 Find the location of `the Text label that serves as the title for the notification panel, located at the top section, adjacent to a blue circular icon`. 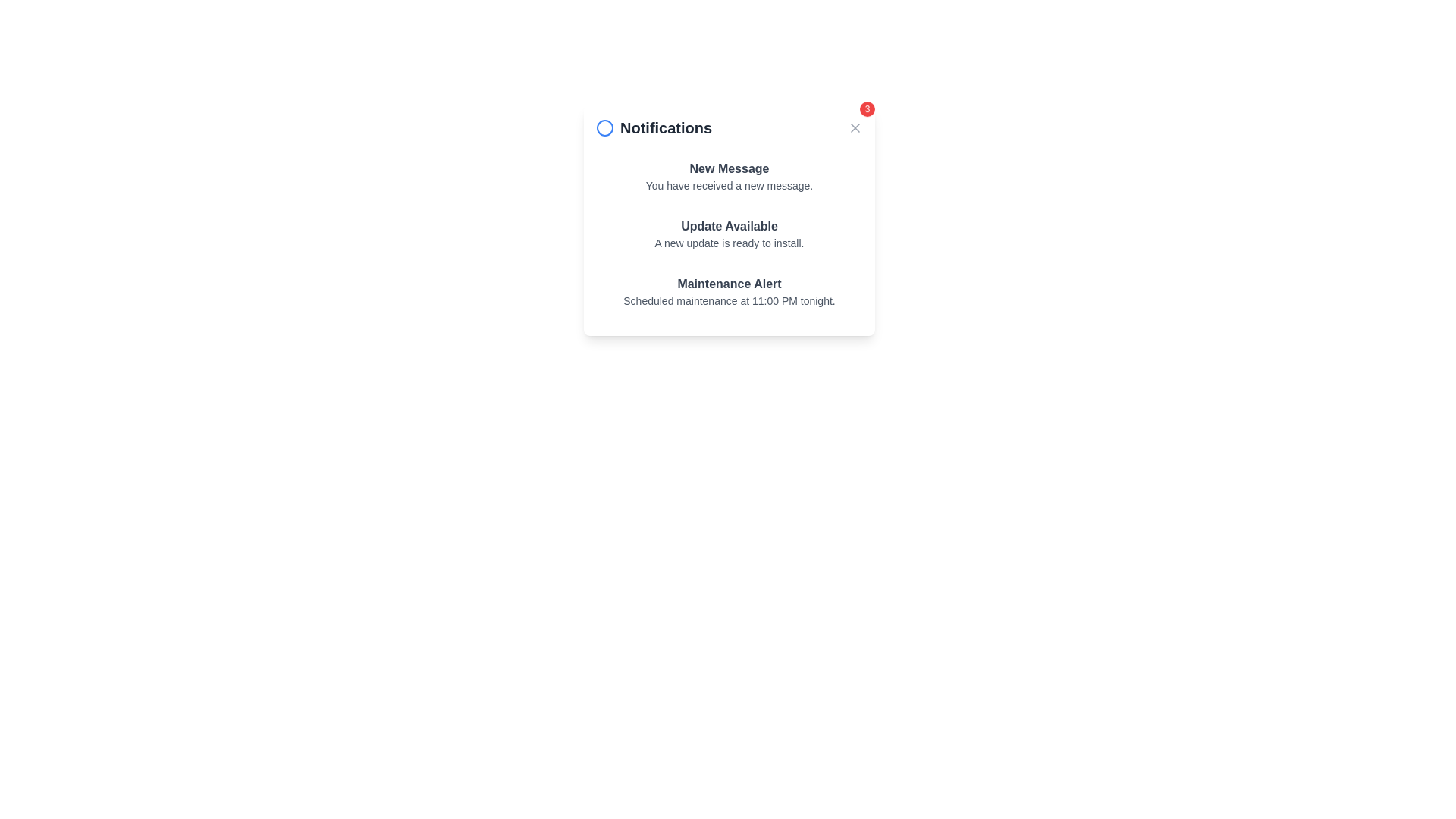

the Text label that serves as the title for the notification panel, located at the top section, adjacent to a blue circular icon is located at coordinates (666, 127).